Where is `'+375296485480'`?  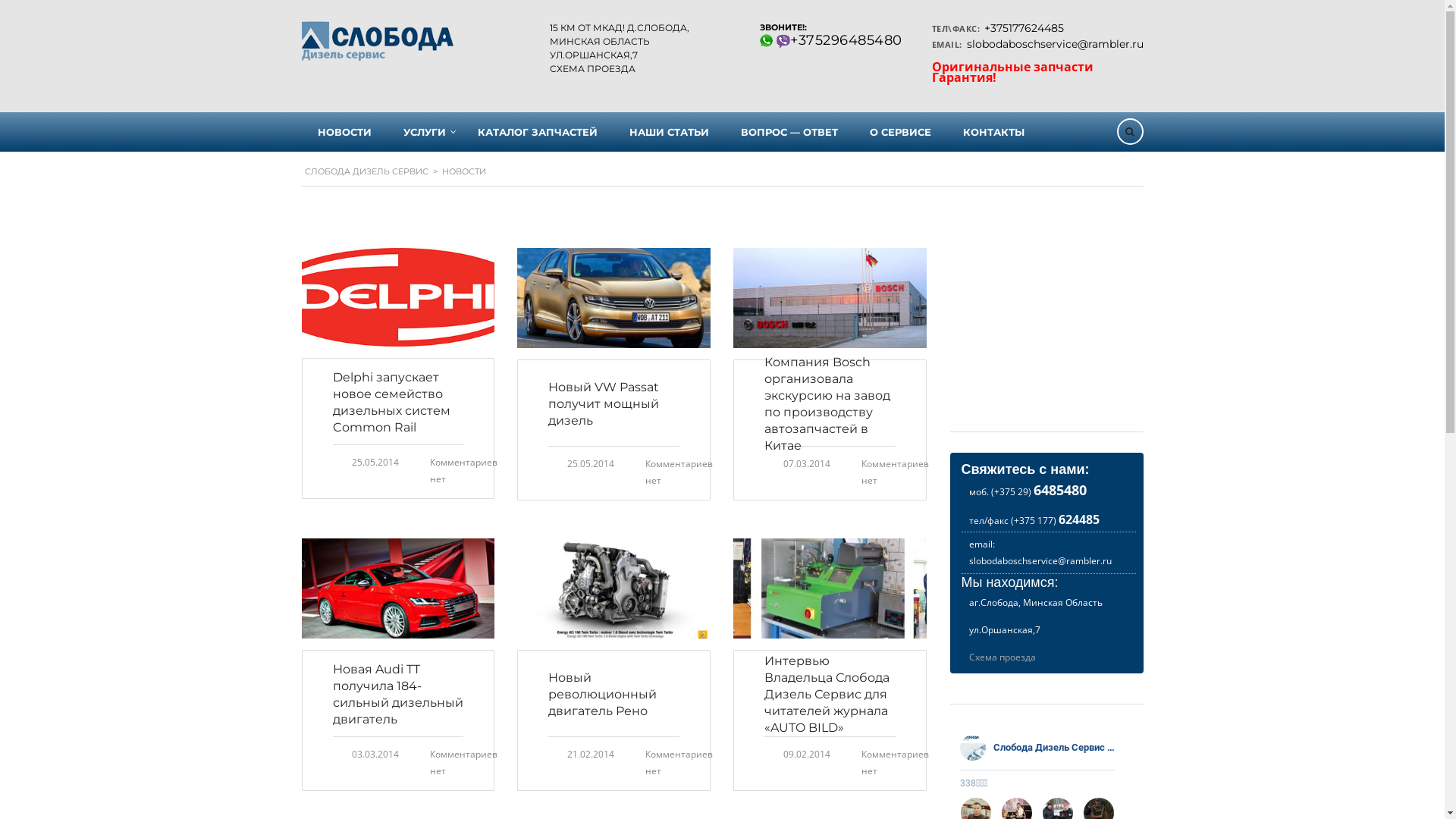 '+375296485480' is located at coordinates (789, 39).